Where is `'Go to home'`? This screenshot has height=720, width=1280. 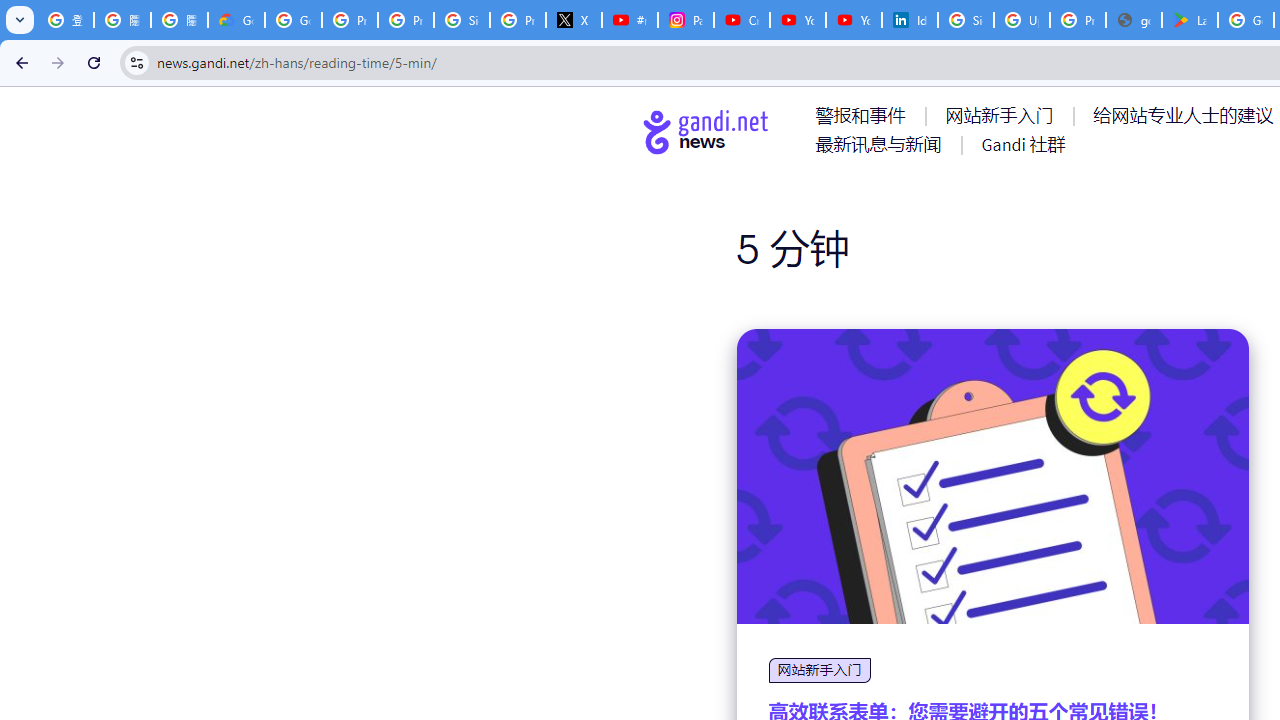
'Go to home' is located at coordinates (706, 131).